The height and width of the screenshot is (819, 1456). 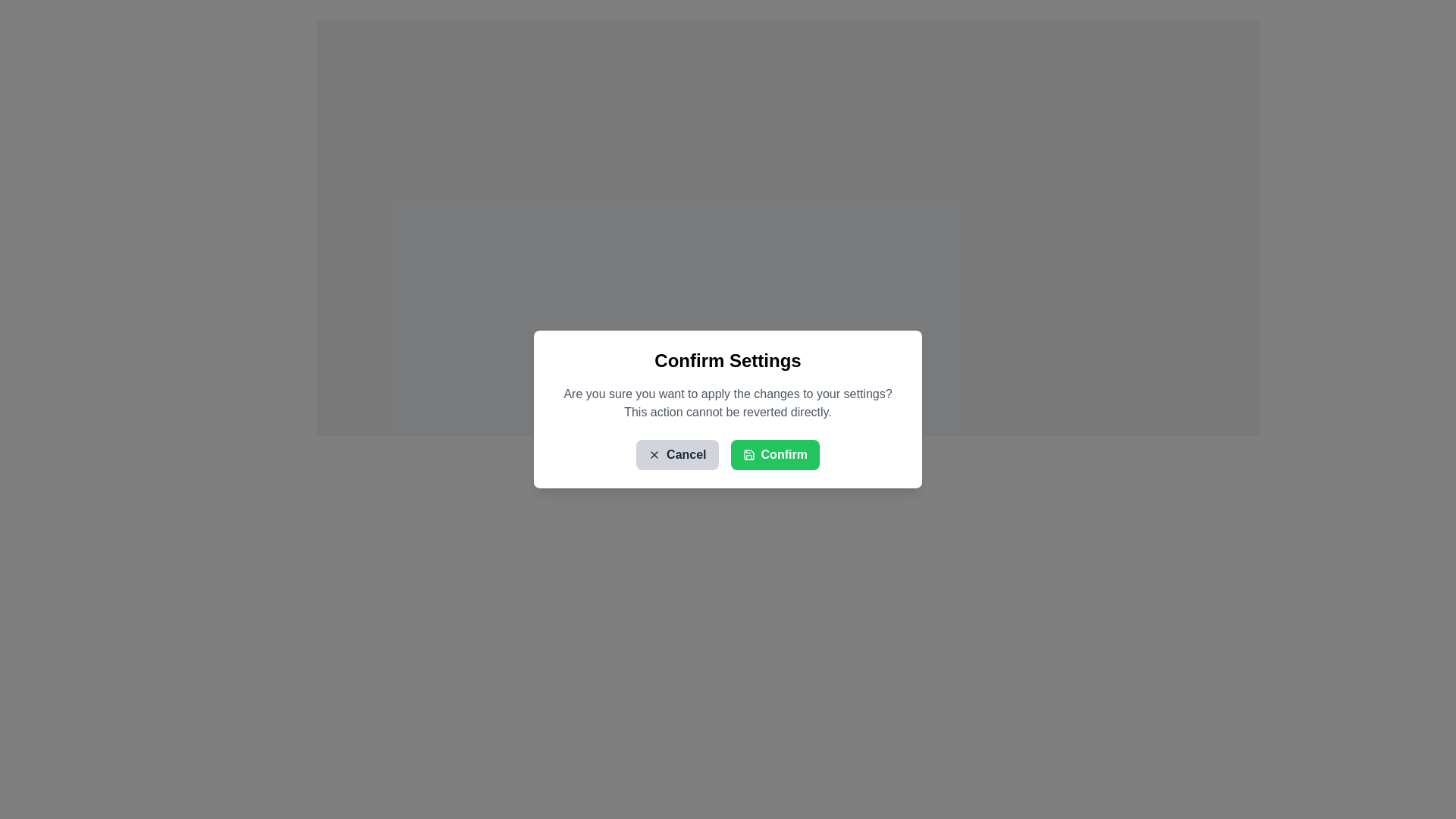 What do you see at coordinates (748, 454) in the screenshot?
I see `the save icon shaped like an old-style floppy disk located within the confirmation modal on the right side of the modal, adjacent to the green 'Confirm' button` at bounding box center [748, 454].